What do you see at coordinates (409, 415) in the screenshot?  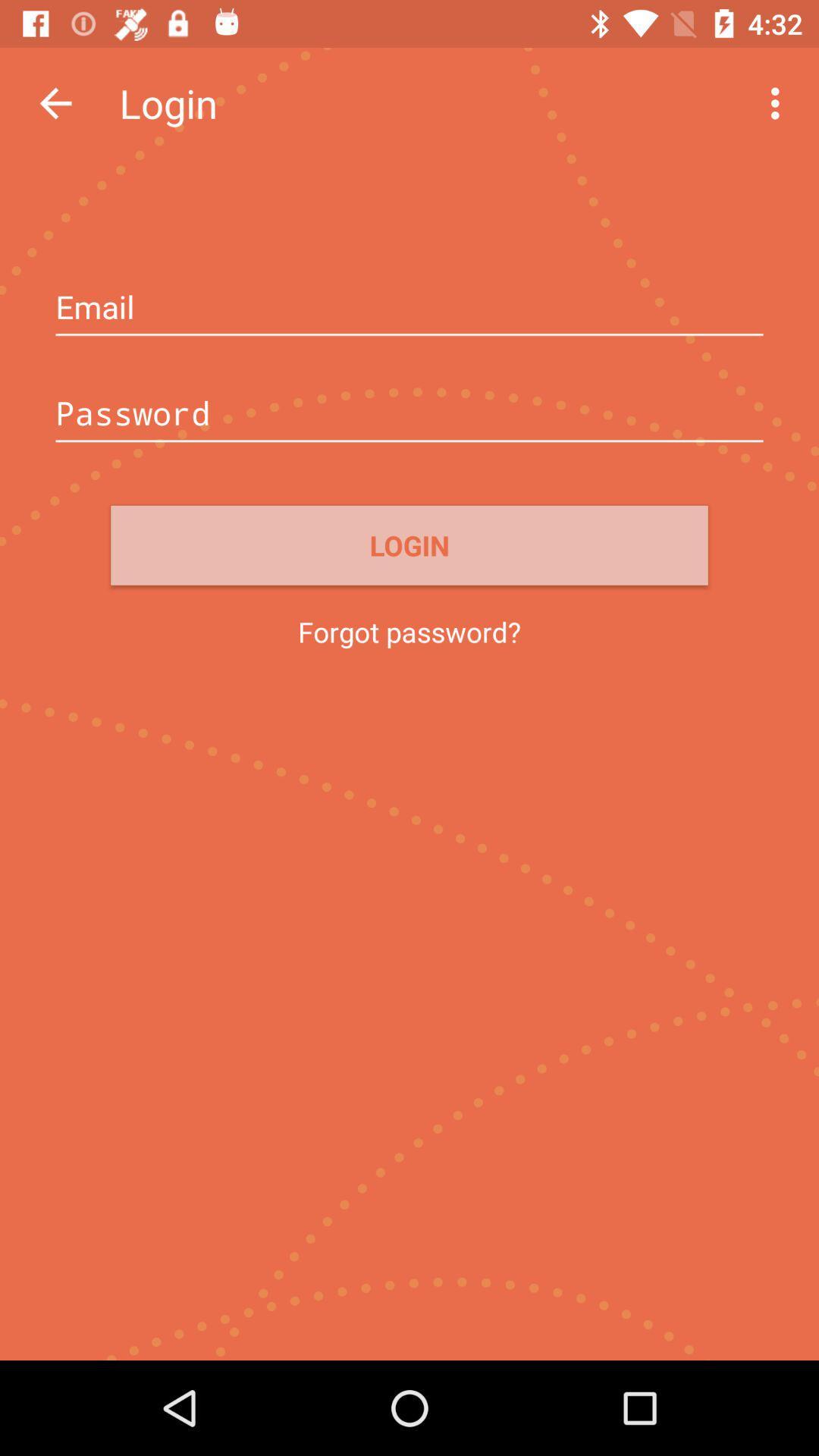 I see `type your password` at bounding box center [409, 415].